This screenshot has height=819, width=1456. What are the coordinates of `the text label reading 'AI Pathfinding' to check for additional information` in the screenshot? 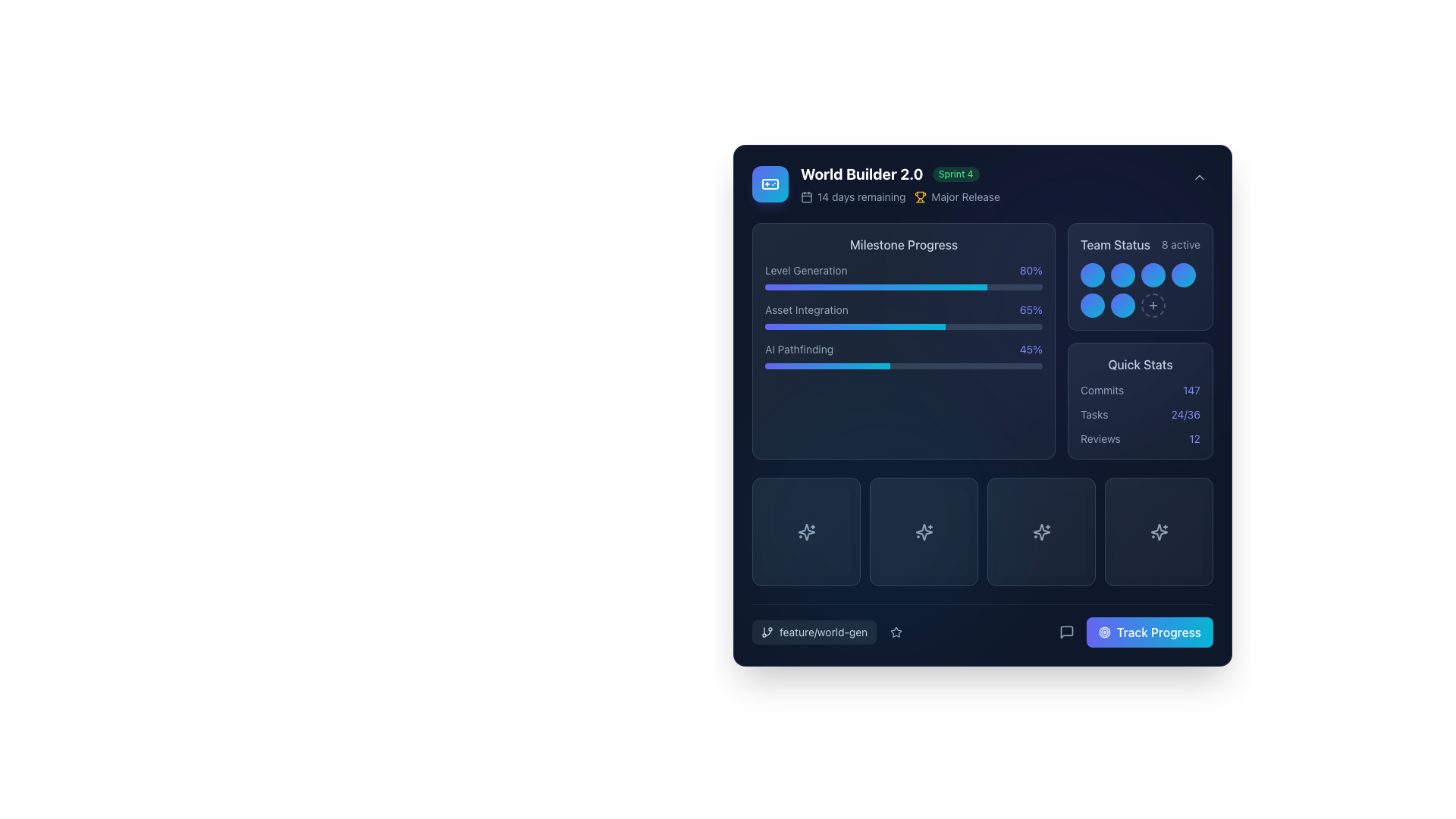 It's located at (799, 350).